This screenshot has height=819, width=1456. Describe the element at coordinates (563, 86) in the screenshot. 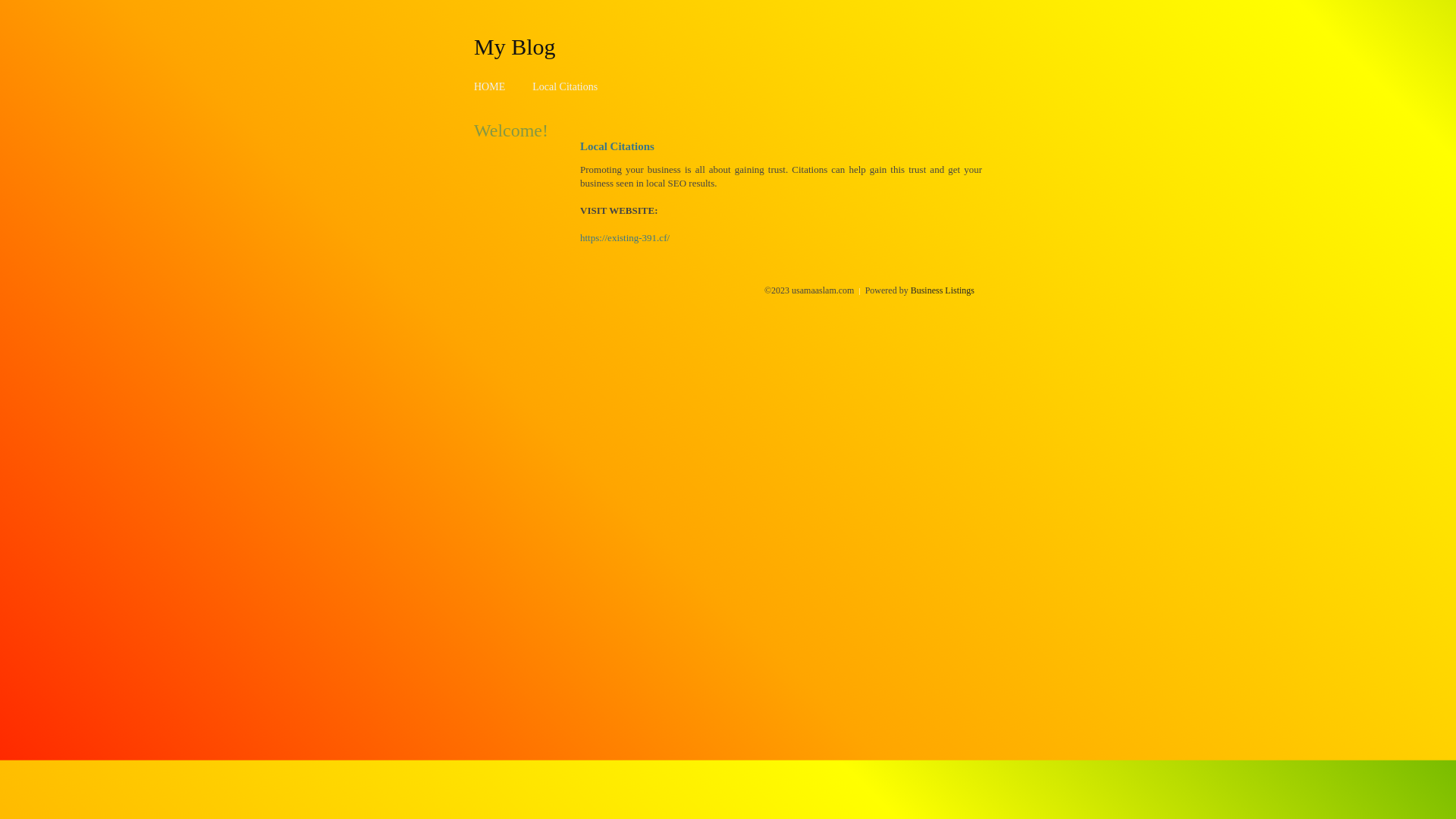

I see `'Local Citations'` at that location.